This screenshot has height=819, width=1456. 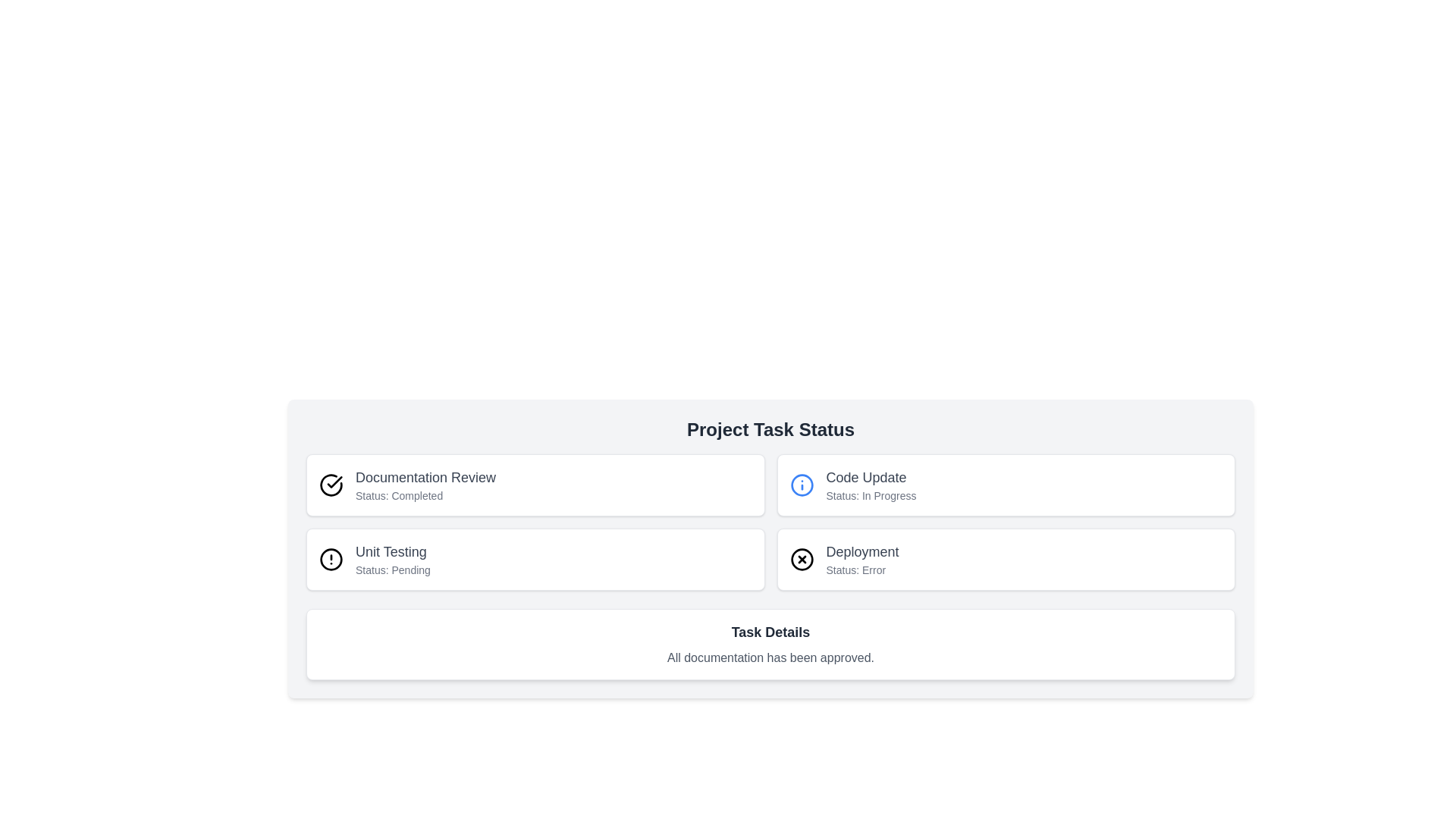 What do you see at coordinates (425, 496) in the screenshot?
I see `static text label displaying 'Status: Completed', which is located below the 'Documentation Review' section in the main content area` at bounding box center [425, 496].